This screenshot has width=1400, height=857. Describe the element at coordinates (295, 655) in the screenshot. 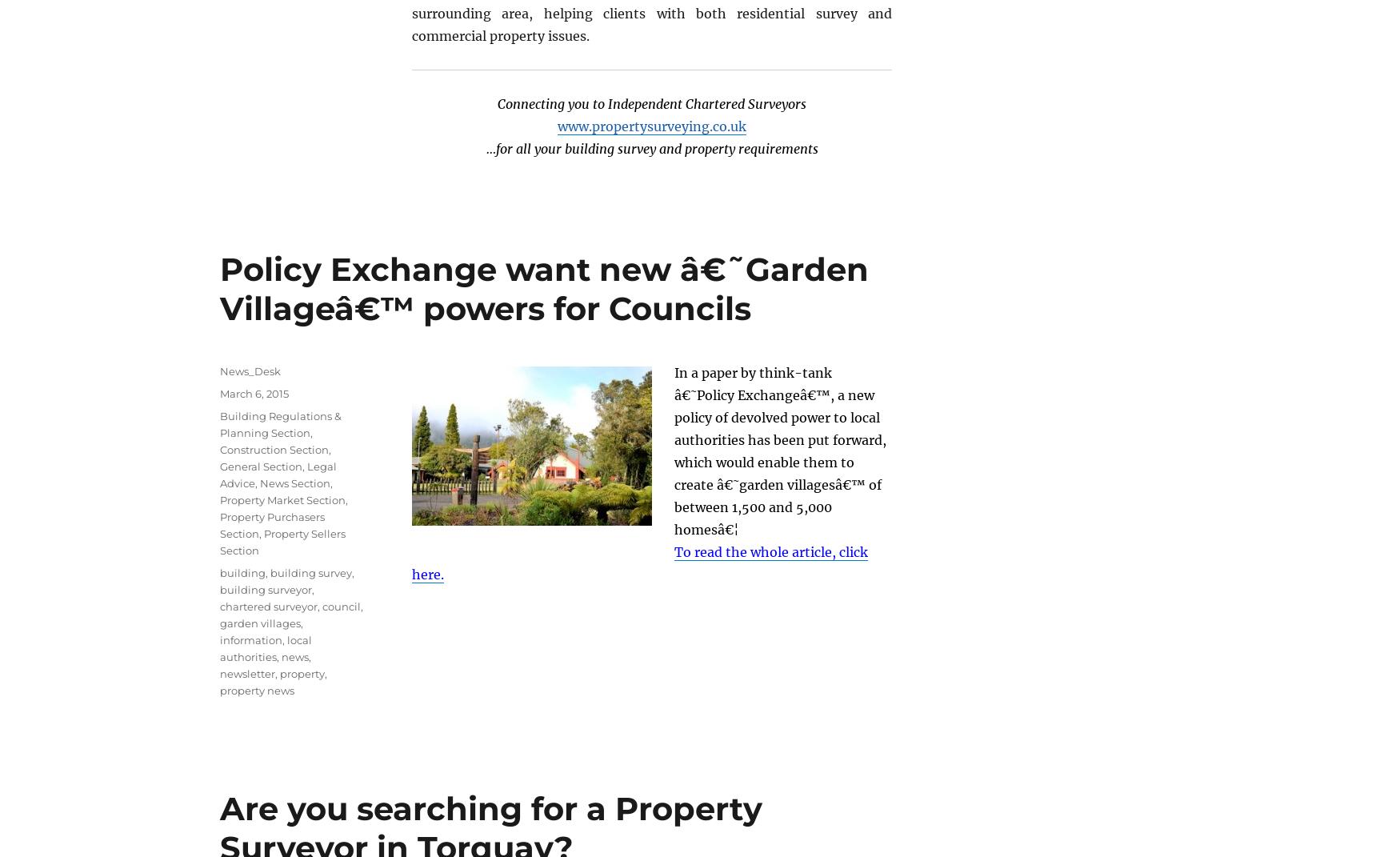

I see `'news'` at that location.